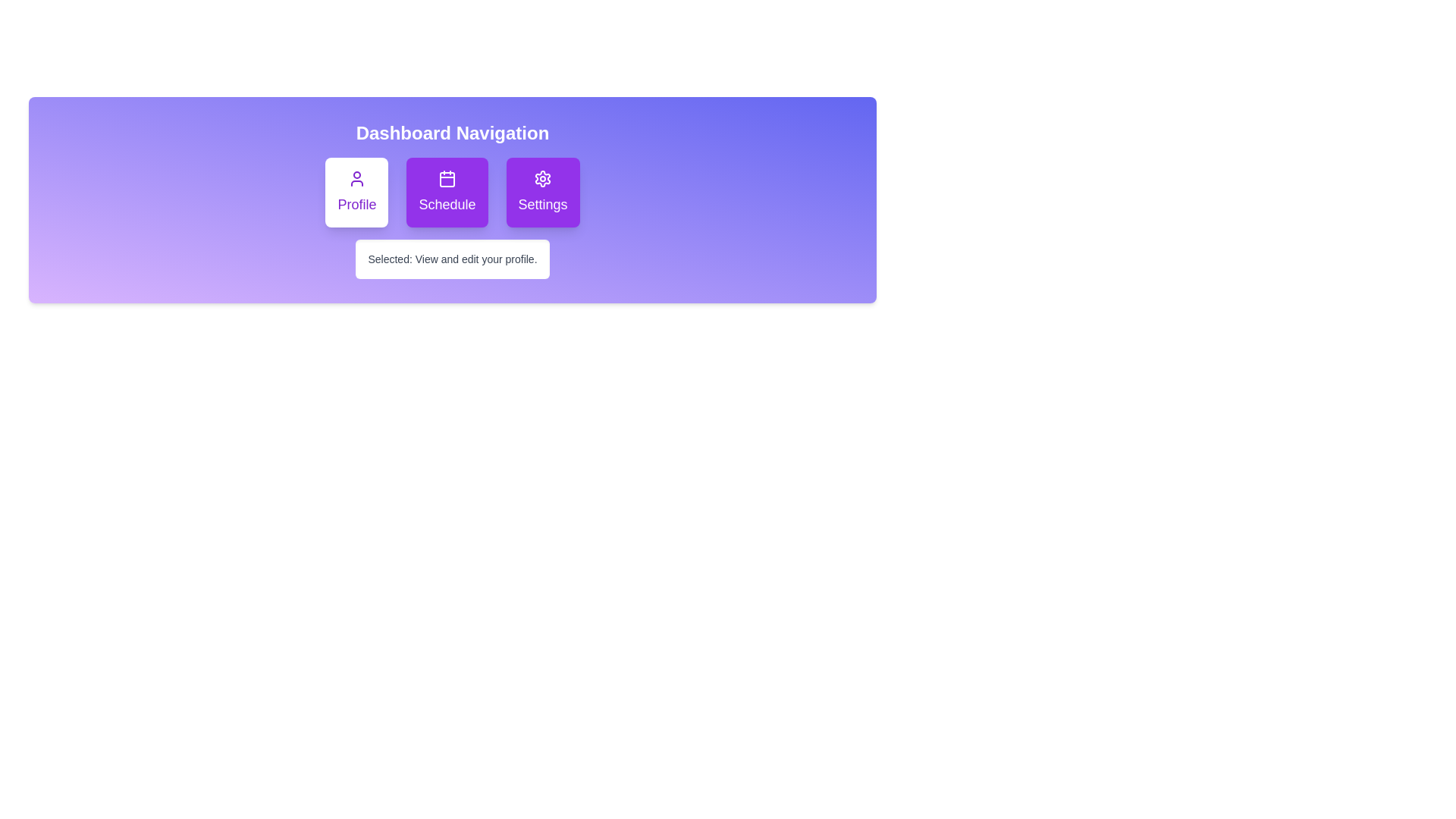  What do you see at coordinates (447, 205) in the screenshot?
I see `the 'Schedule' text label, which is displayed in a bold medium-sized font on a purple background within a card labeled 'Schedule'` at bounding box center [447, 205].